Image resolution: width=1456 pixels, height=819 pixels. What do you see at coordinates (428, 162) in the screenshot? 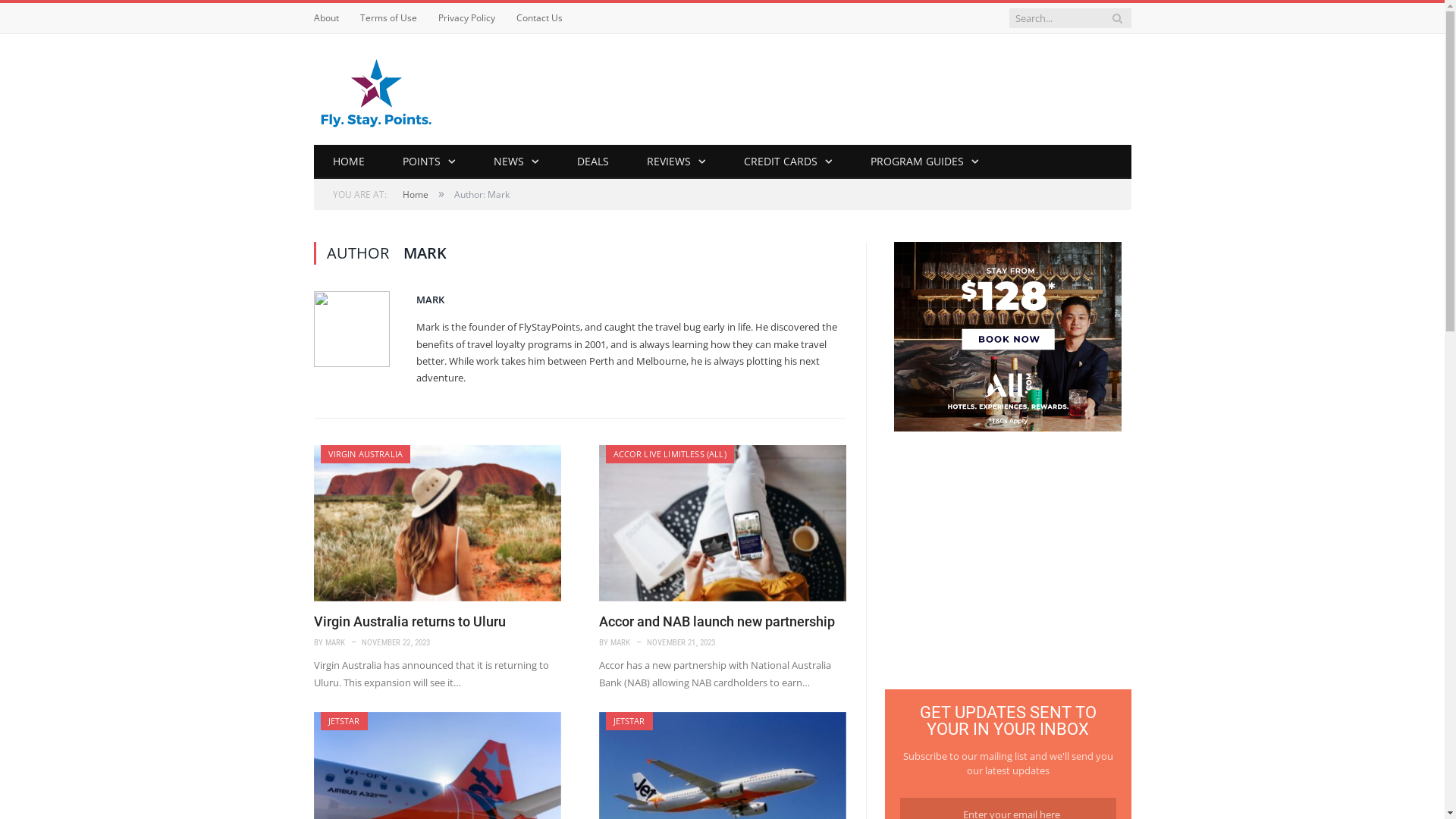
I see `'POINTS'` at bounding box center [428, 162].